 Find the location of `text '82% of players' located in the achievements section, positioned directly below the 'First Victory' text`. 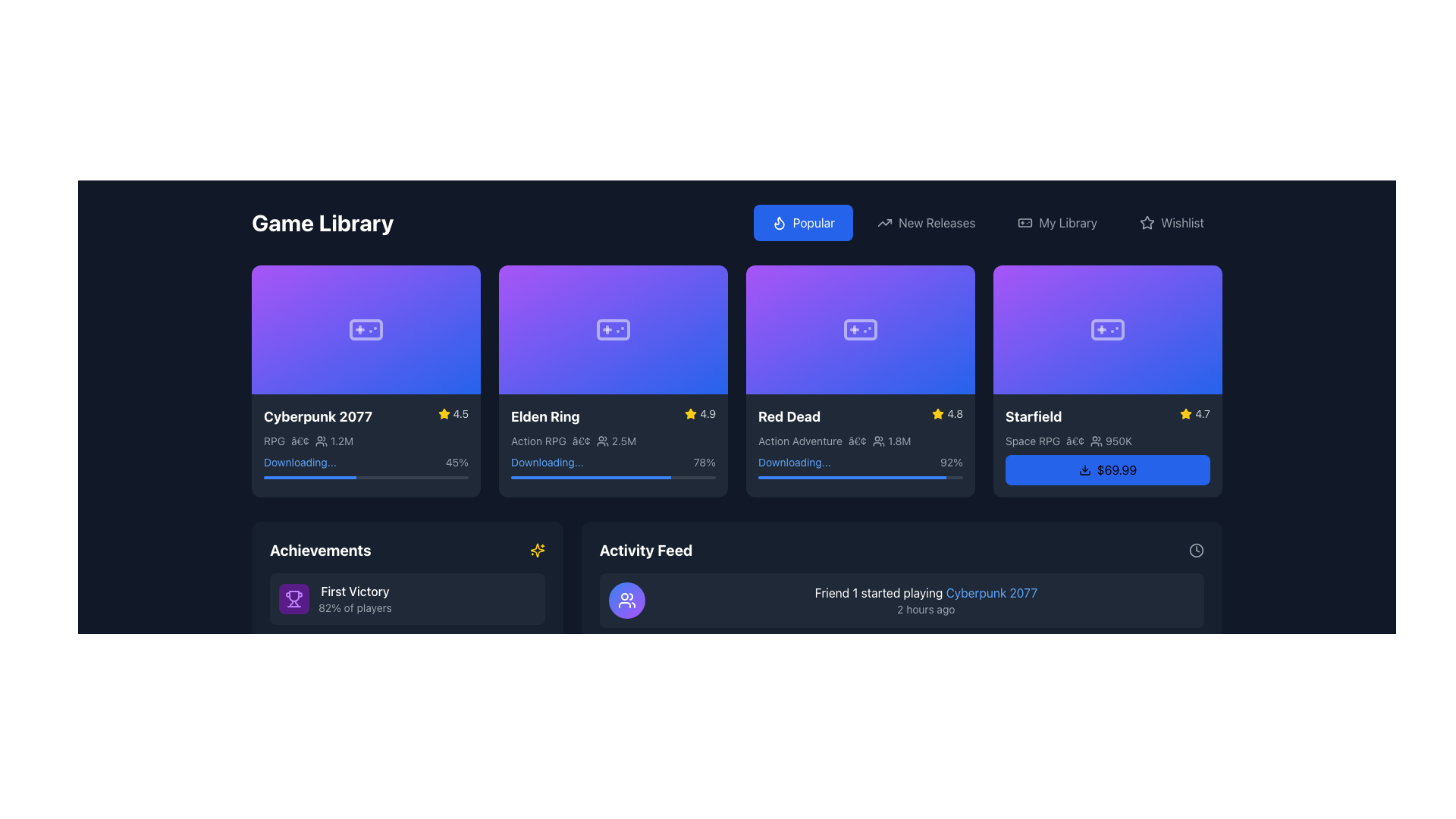

text '82% of players' located in the achievements section, positioned directly below the 'First Victory' text is located at coordinates (354, 607).